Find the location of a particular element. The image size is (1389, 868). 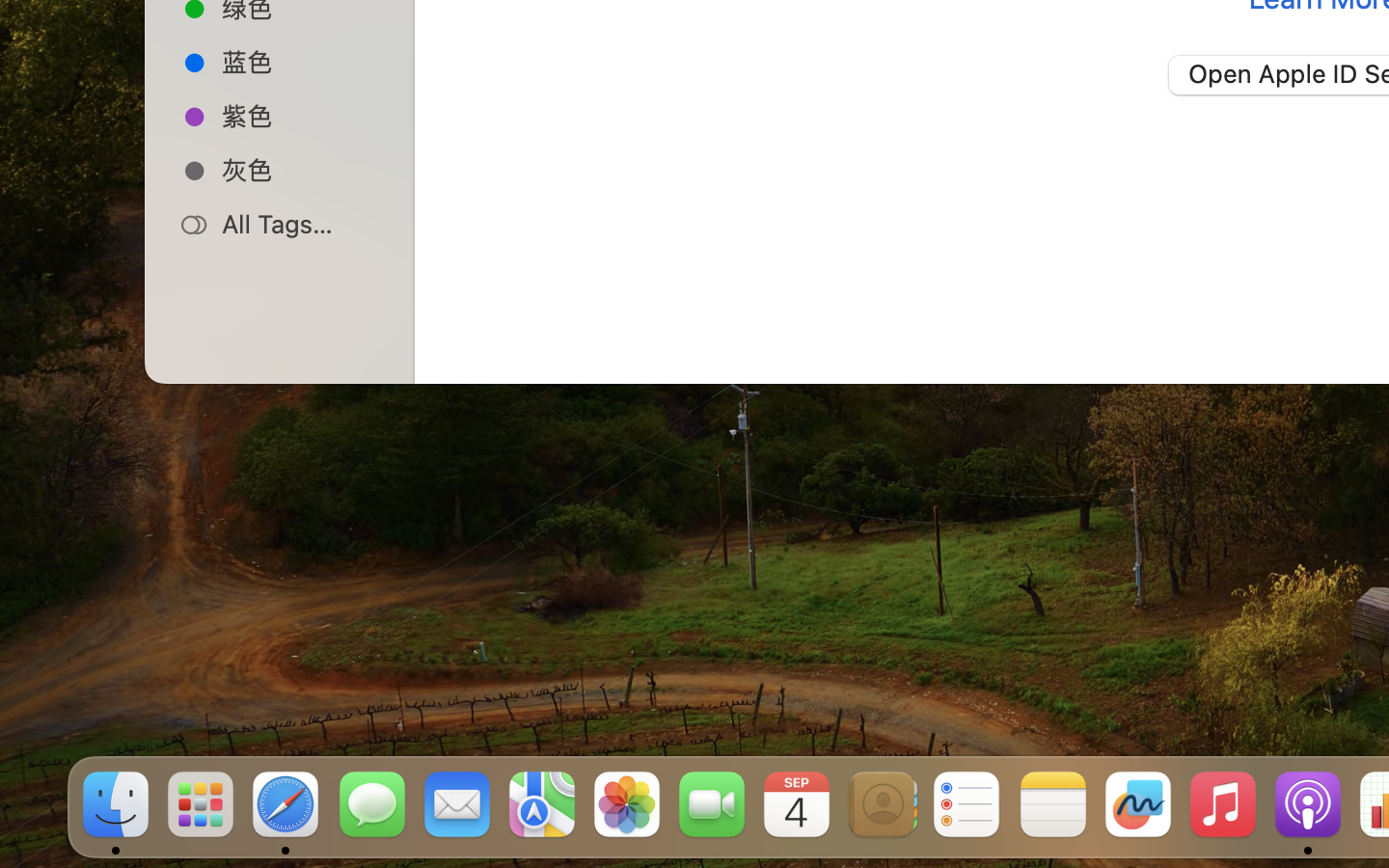

'紫色' is located at coordinates (300, 115).